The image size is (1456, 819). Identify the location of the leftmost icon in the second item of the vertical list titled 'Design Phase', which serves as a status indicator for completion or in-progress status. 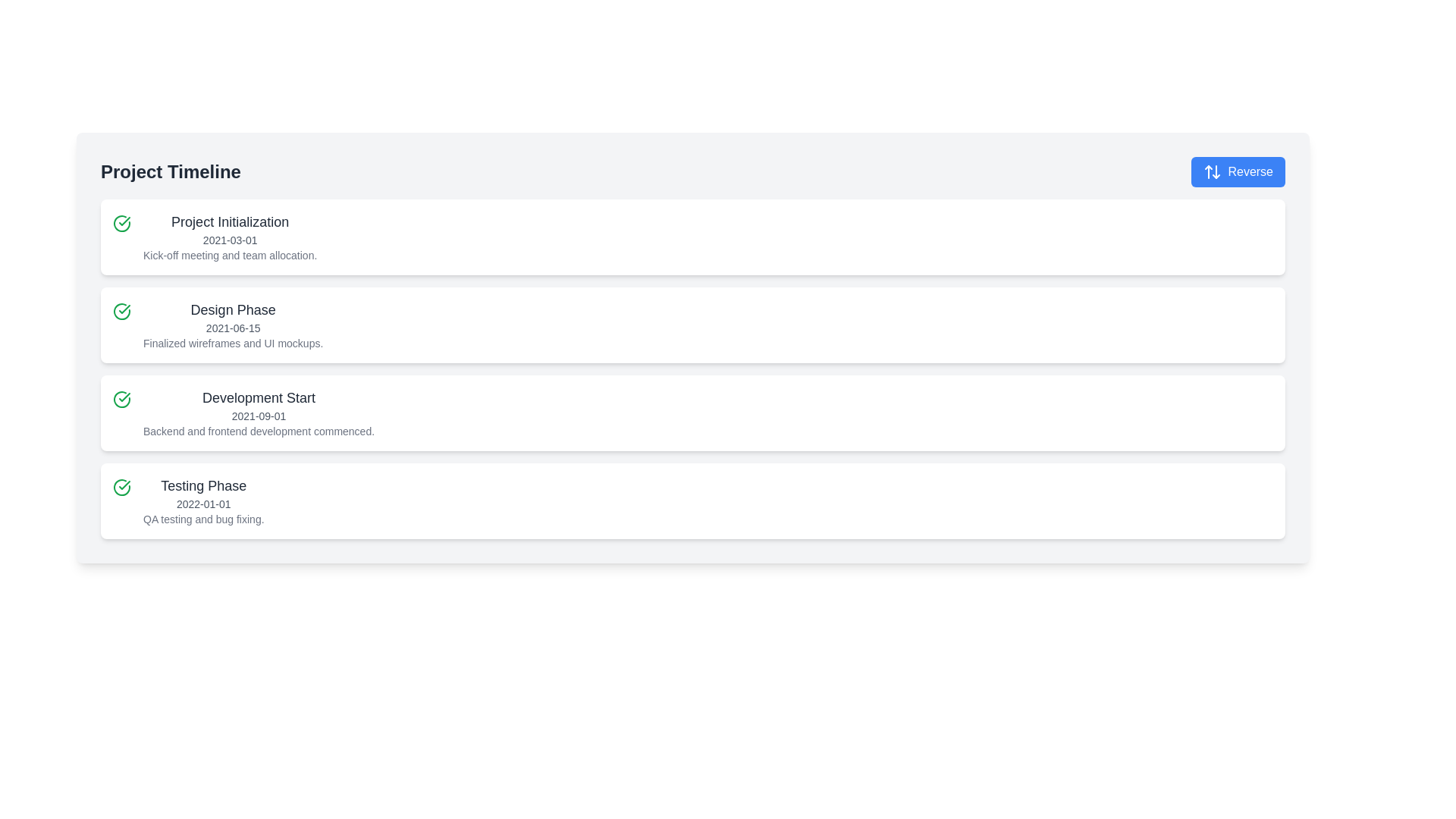
(122, 311).